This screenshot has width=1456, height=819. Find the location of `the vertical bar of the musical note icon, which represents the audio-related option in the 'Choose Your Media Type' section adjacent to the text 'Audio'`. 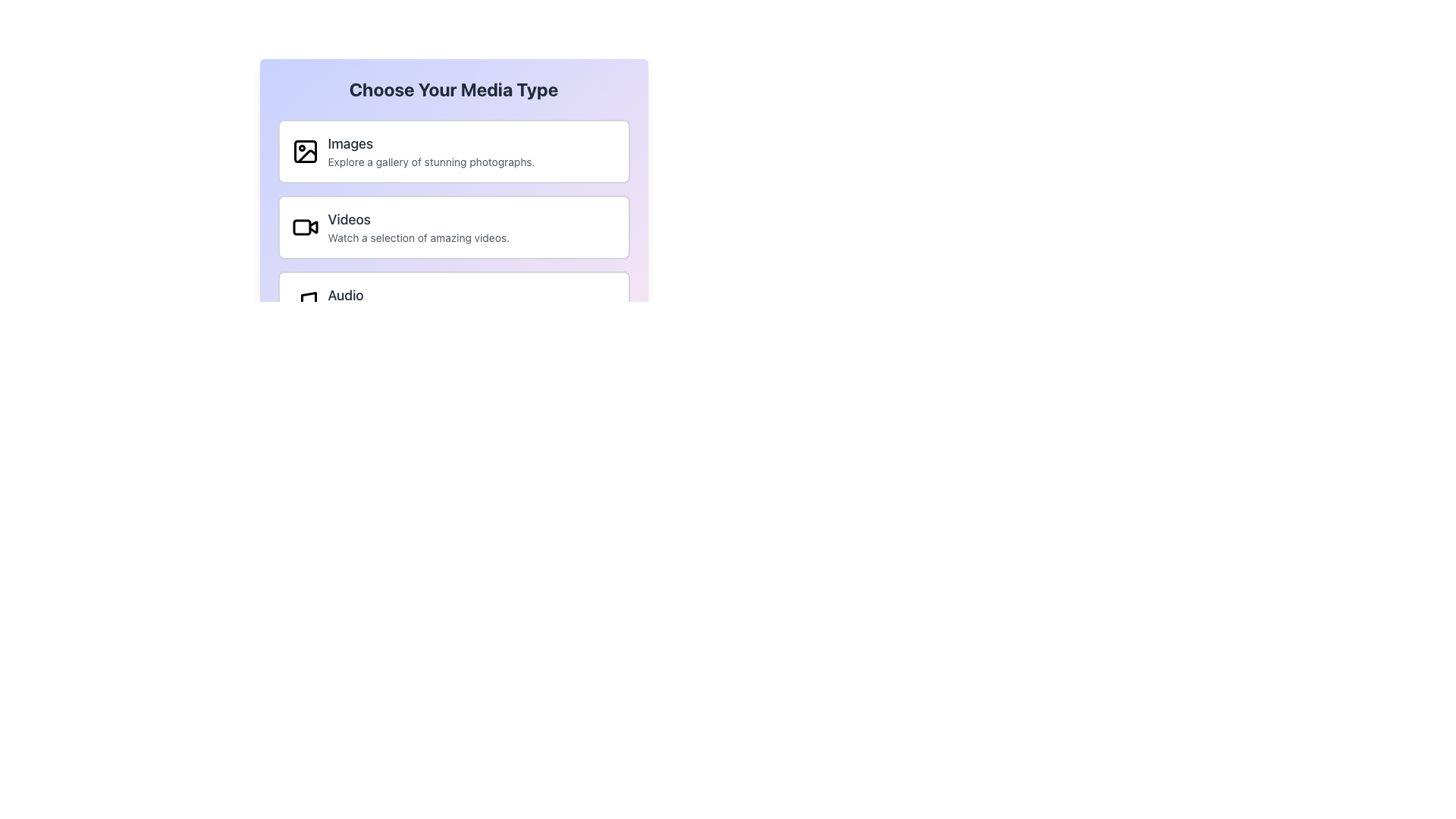

the vertical bar of the musical note icon, which represents the audio-related option in the 'Choose Your Media Type' section adjacent to the text 'Audio' is located at coordinates (308, 301).